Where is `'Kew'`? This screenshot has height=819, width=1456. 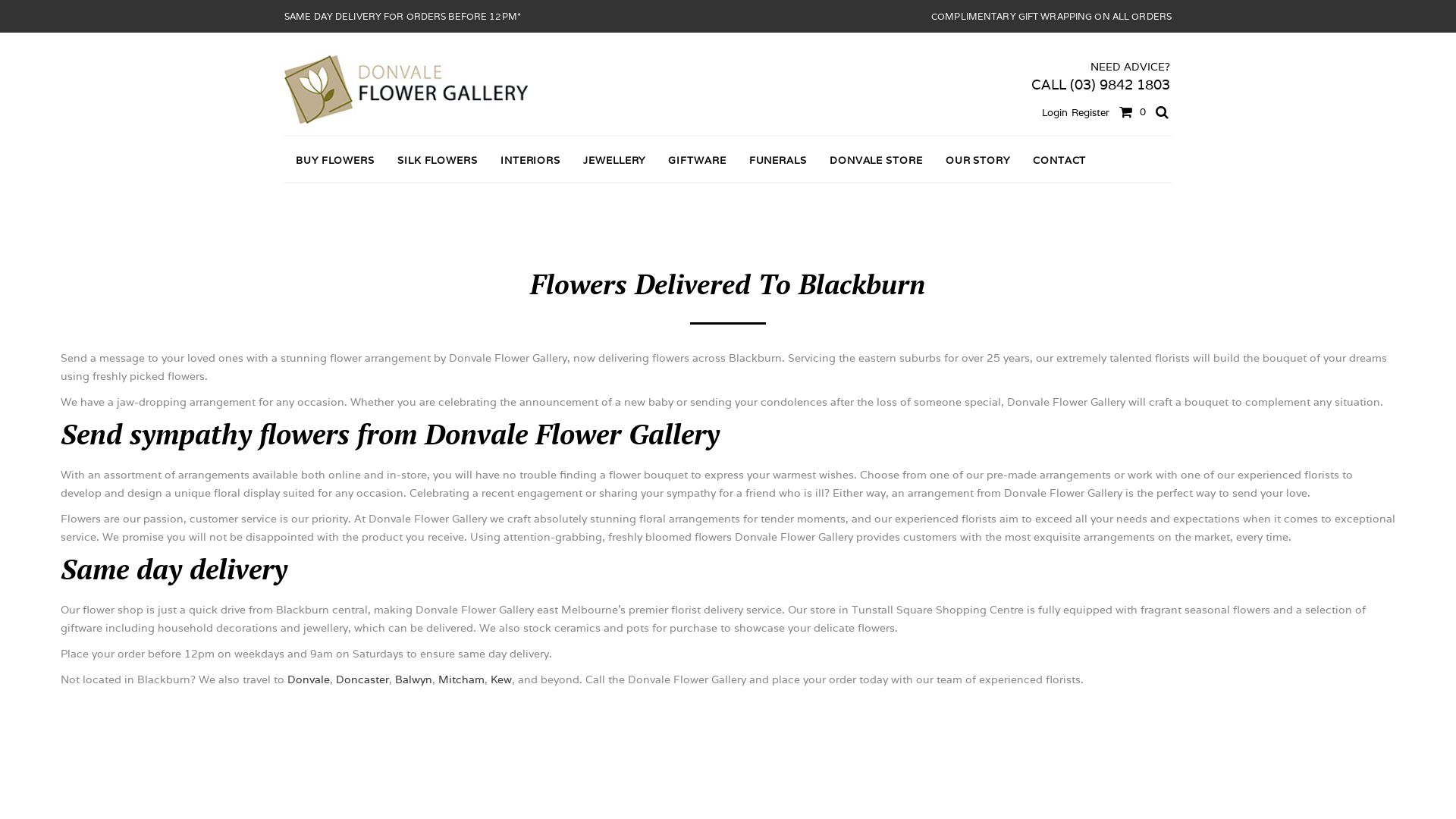
'Kew' is located at coordinates (501, 678).